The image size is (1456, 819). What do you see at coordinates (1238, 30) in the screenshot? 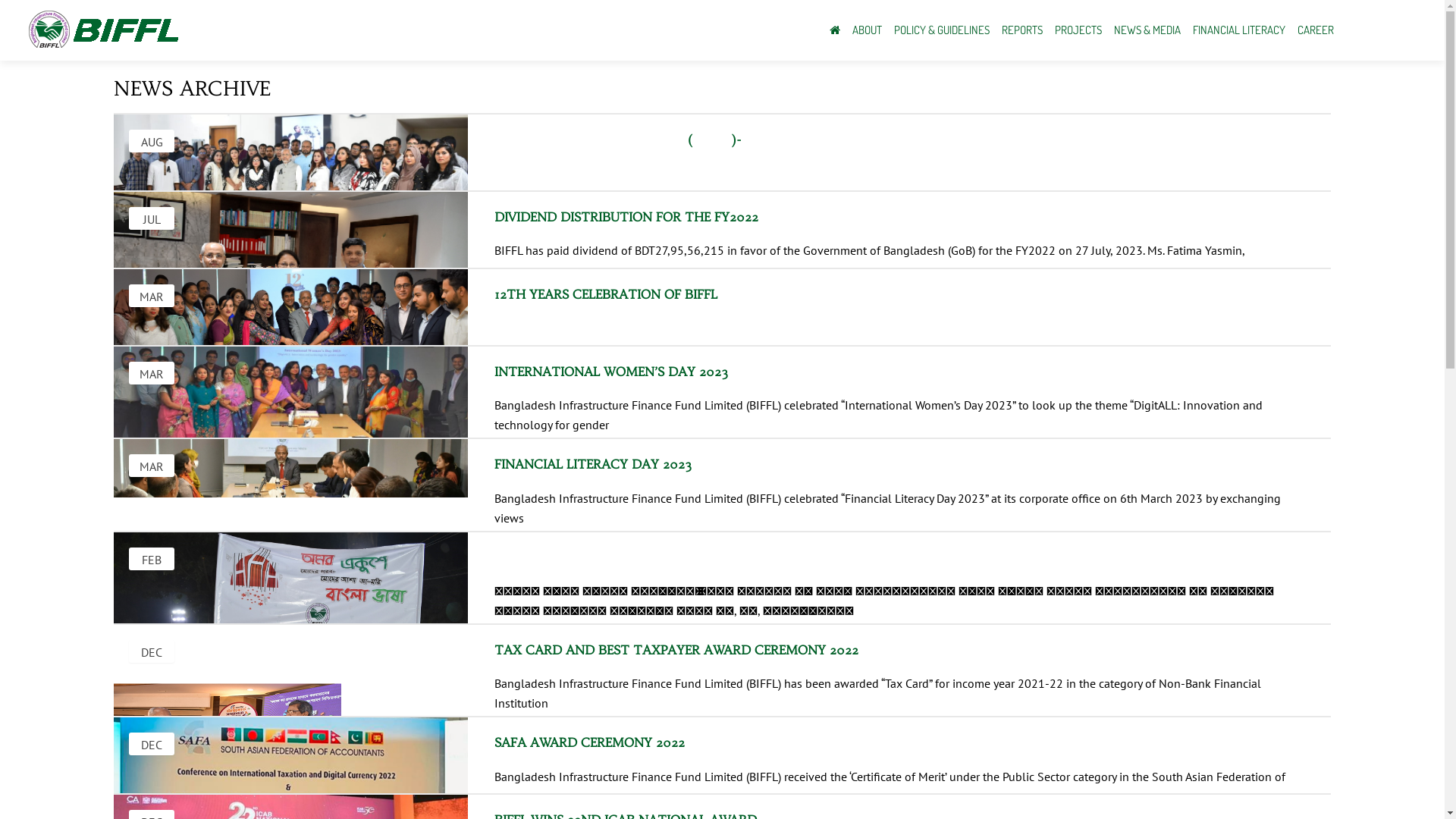
I see `'FINANCIAL LITERACY'` at bounding box center [1238, 30].